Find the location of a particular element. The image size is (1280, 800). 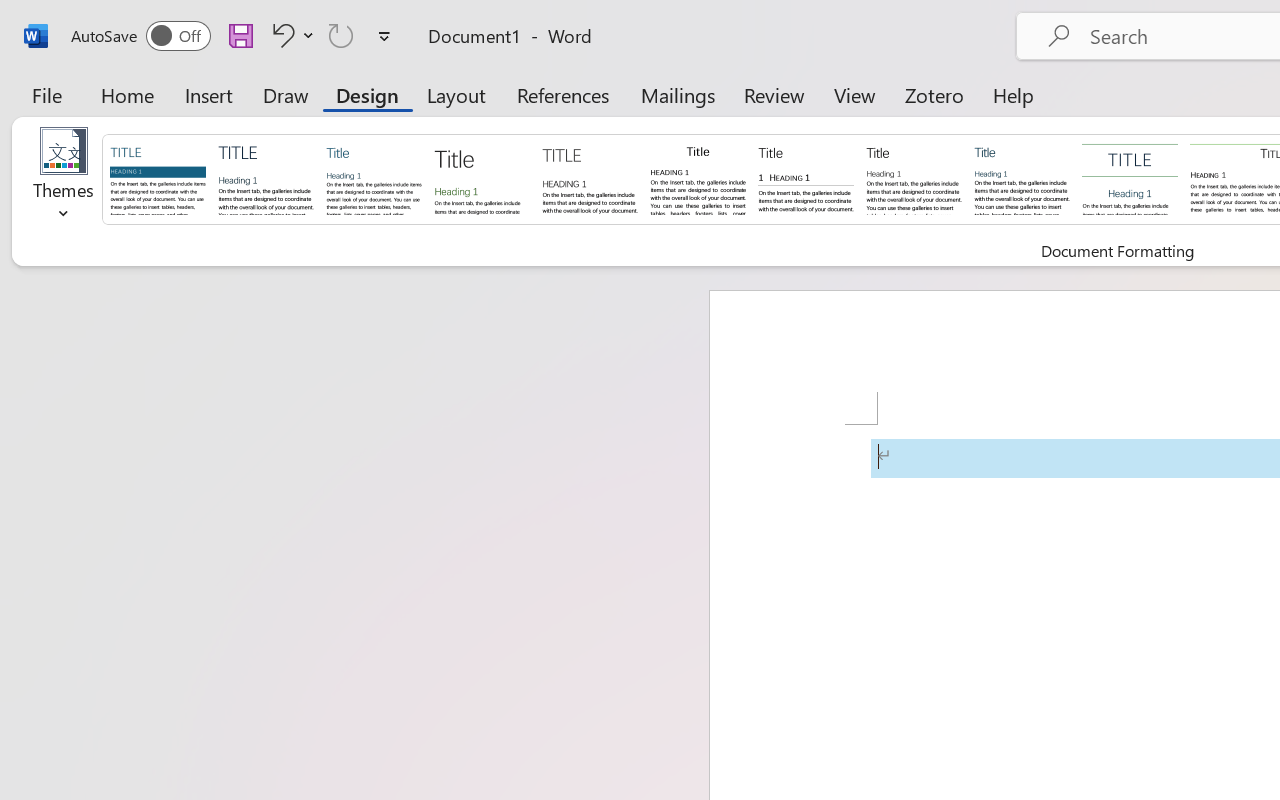

'Basic (Stylish)' is located at coordinates (481, 177).